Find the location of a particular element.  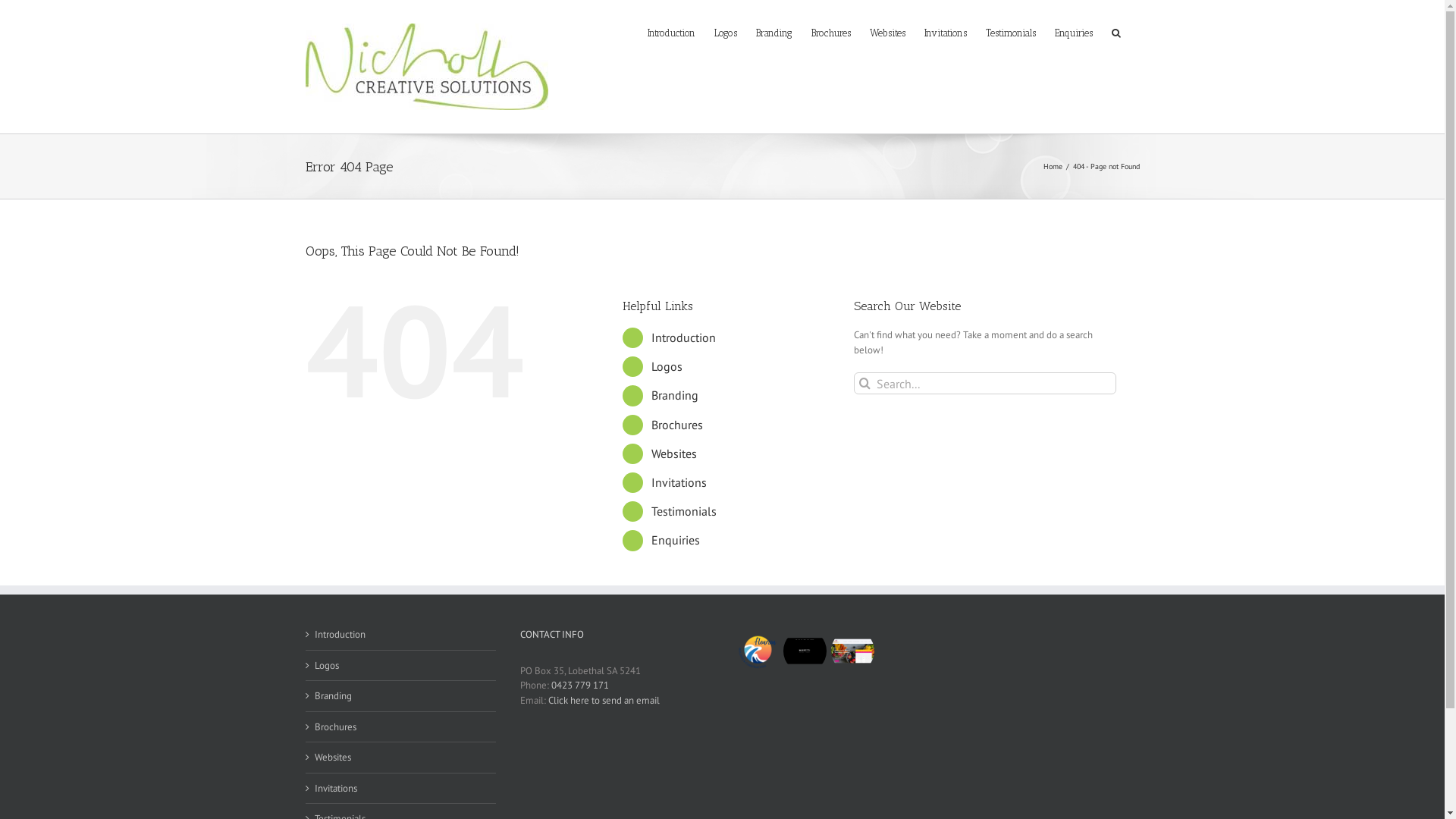

'Brochures' is located at coordinates (400, 725).